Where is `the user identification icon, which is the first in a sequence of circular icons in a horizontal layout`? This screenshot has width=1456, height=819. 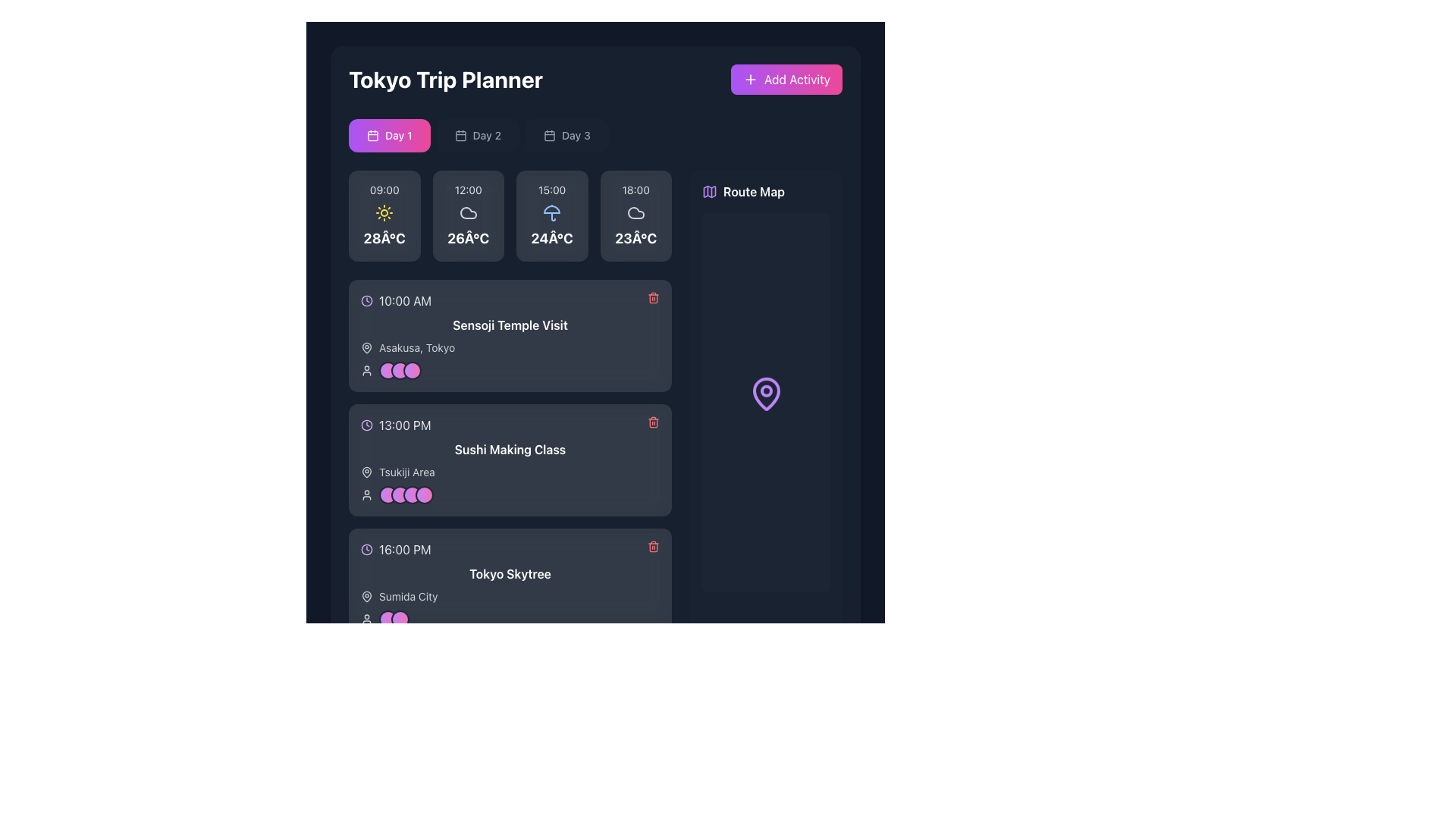 the user identification icon, which is the first in a sequence of circular icons in a horizontal layout is located at coordinates (367, 371).